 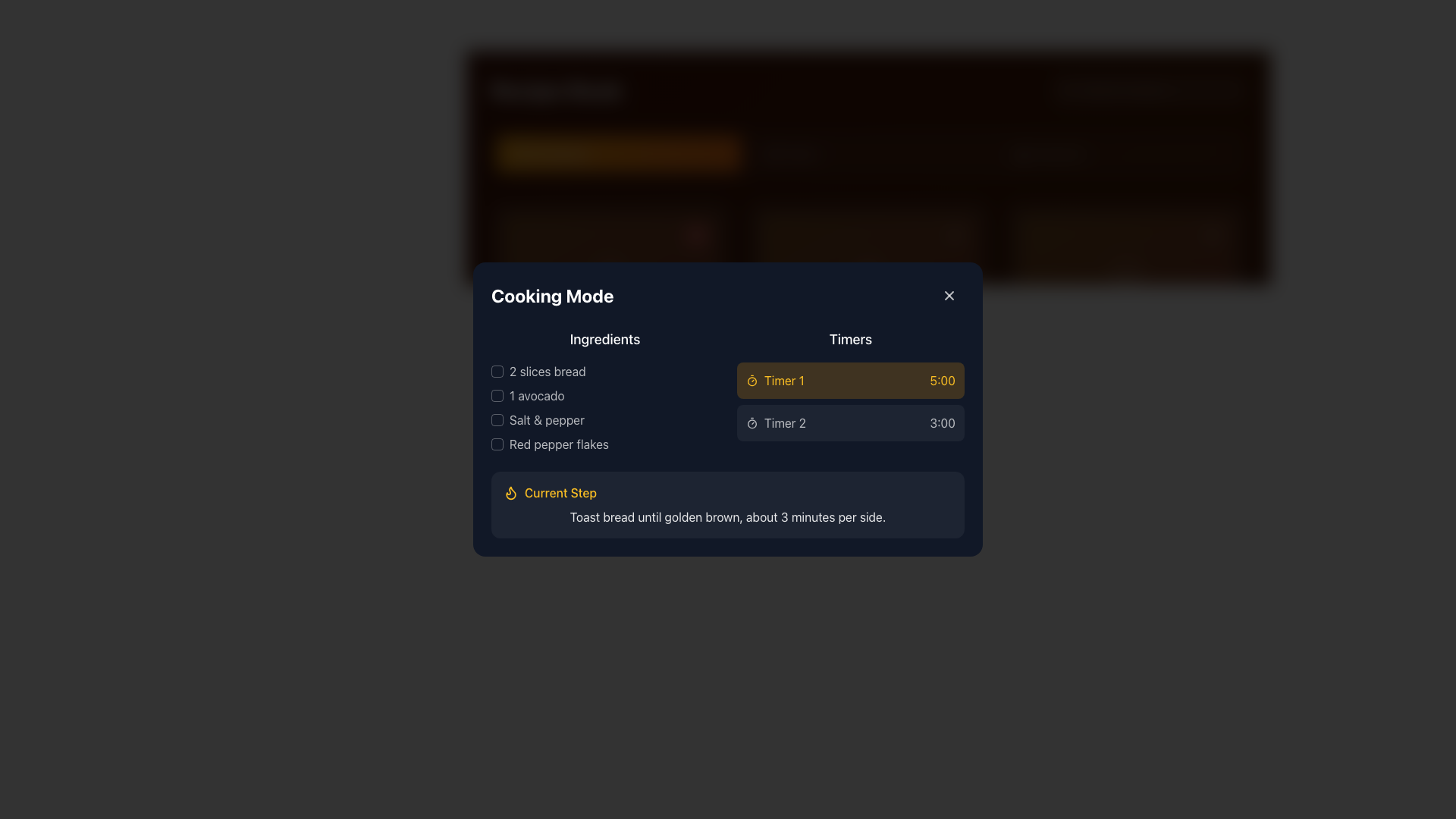 What do you see at coordinates (509, 382) in the screenshot?
I see `the SVG Circle element within the clock icon next to the 'Timer 1' label under the 'Timers' section of the dialog` at bounding box center [509, 382].